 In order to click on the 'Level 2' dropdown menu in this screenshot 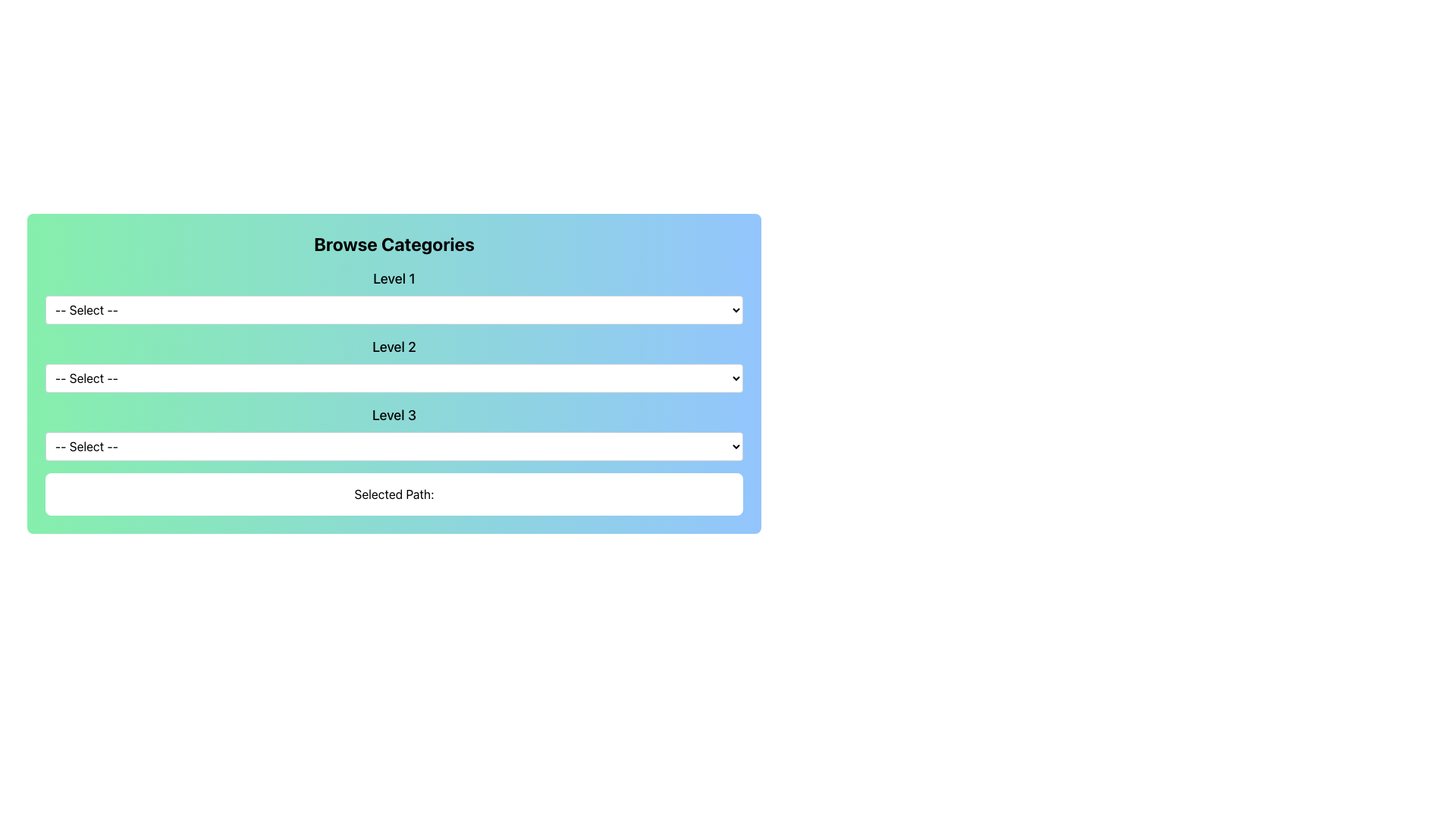, I will do `click(394, 365)`.